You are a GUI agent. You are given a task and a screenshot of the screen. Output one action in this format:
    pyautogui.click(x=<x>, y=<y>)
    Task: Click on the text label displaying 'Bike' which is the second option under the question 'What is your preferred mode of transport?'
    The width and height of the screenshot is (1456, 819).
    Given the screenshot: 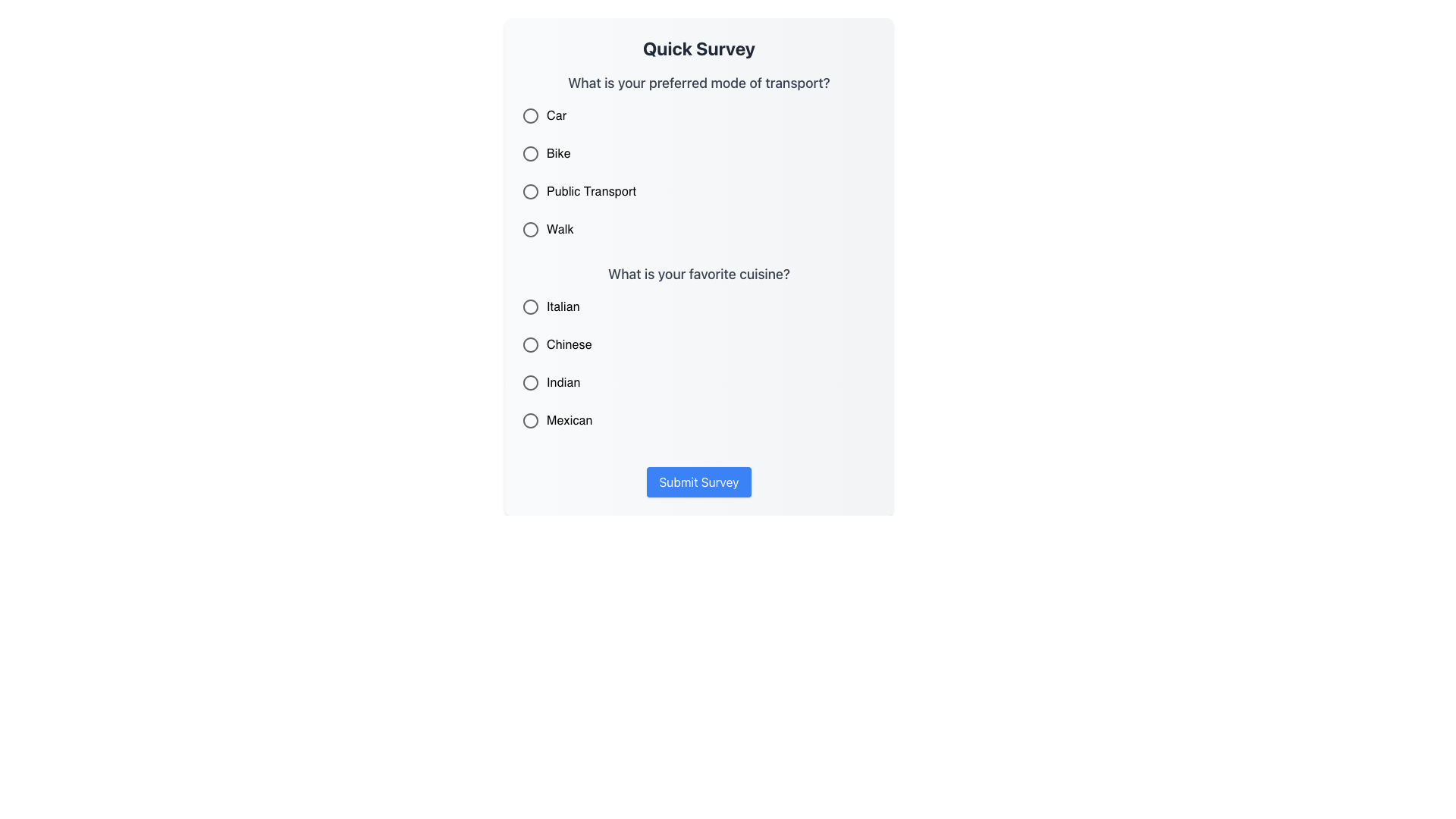 What is the action you would take?
    pyautogui.click(x=557, y=154)
    